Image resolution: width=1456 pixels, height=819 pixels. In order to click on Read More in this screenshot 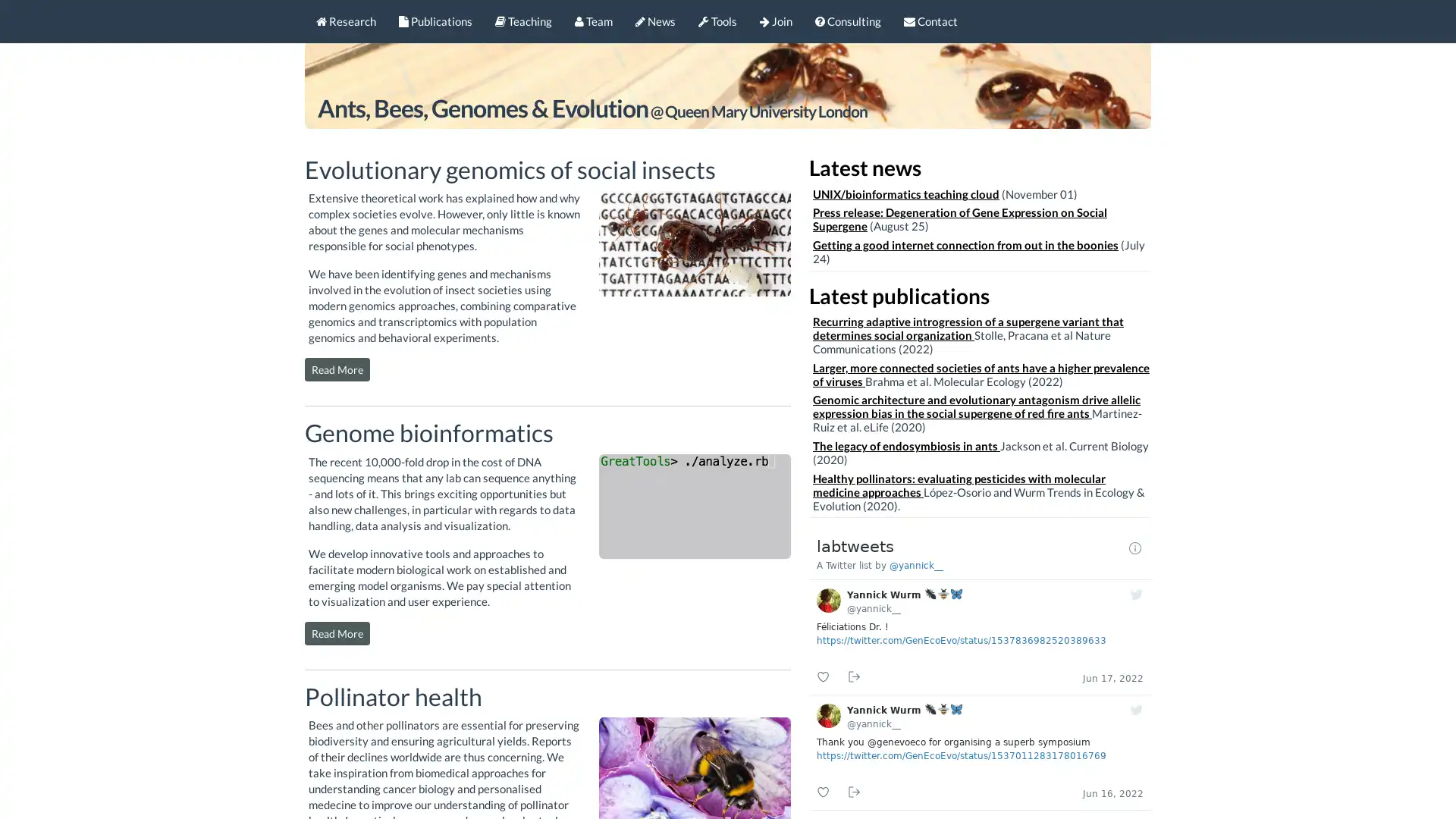, I will do `click(337, 632)`.